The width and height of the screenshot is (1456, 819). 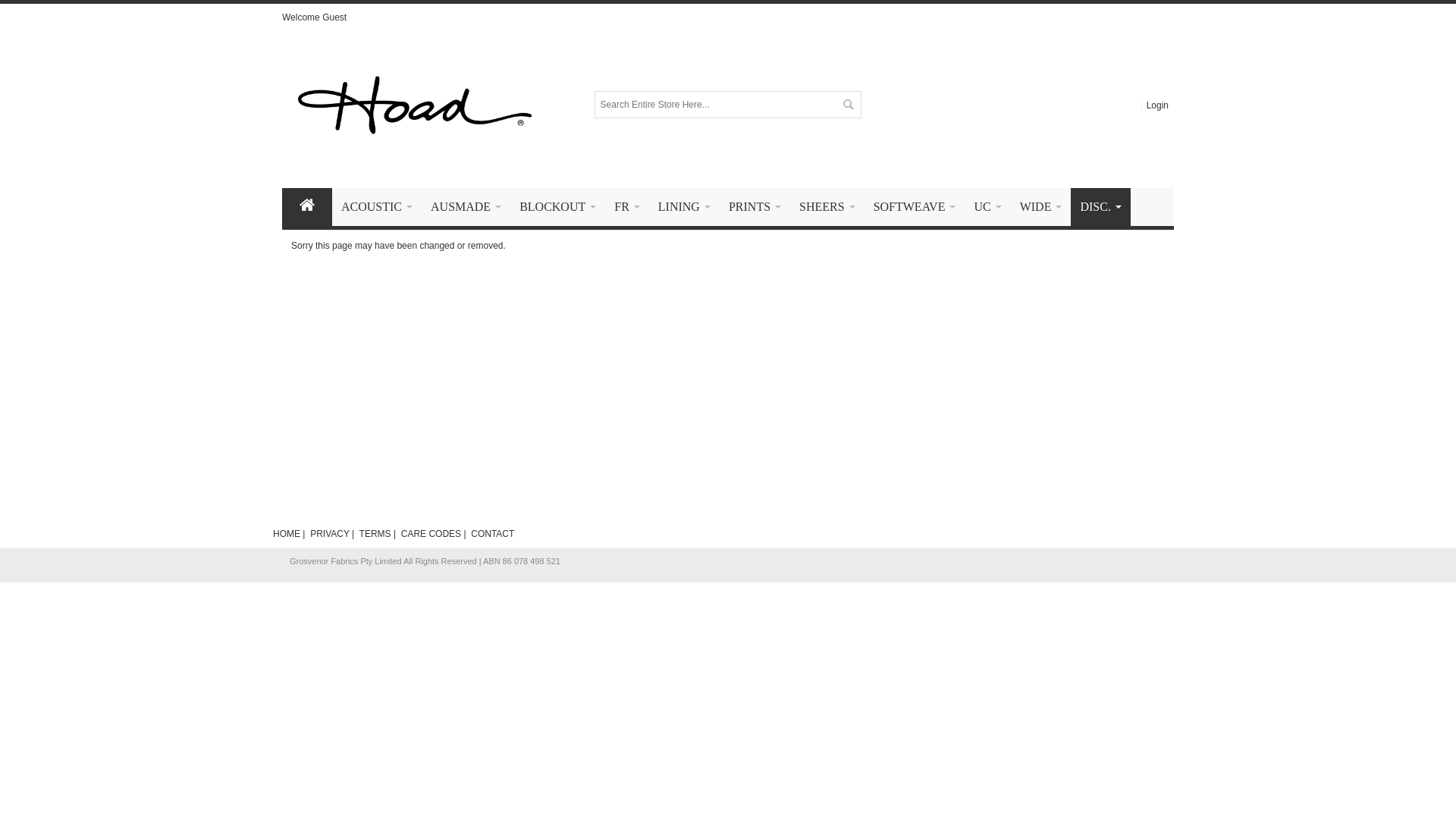 What do you see at coordinates (914, 207) in the screenshot?
I see `'SOFTWEAVE  '` at bounding box center [914, 207].